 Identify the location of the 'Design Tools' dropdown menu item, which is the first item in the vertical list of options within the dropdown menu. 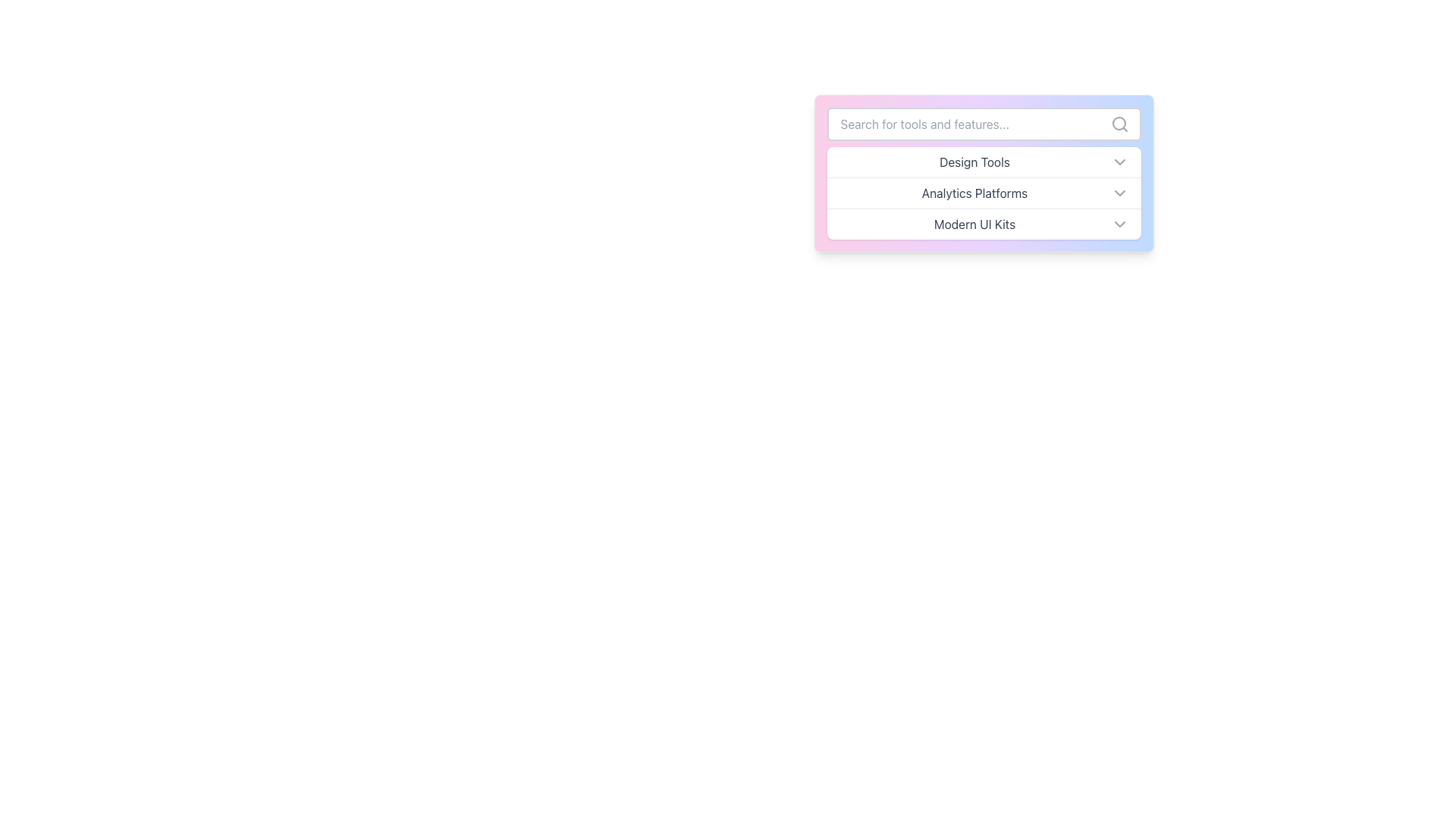
(984, 162).